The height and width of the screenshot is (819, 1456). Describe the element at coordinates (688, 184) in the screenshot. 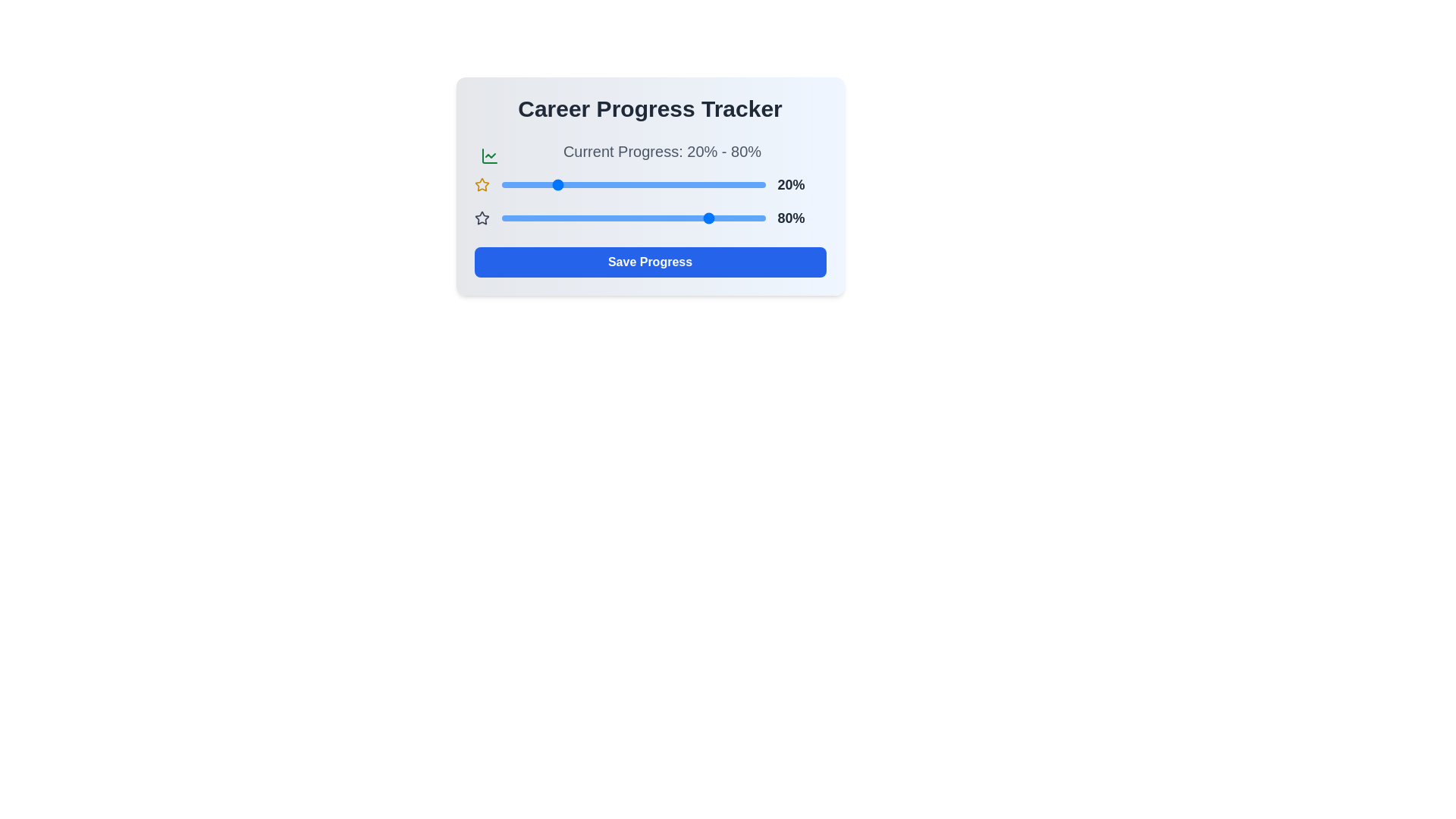

I see `the progress slider for the first value to 71%` at that location.